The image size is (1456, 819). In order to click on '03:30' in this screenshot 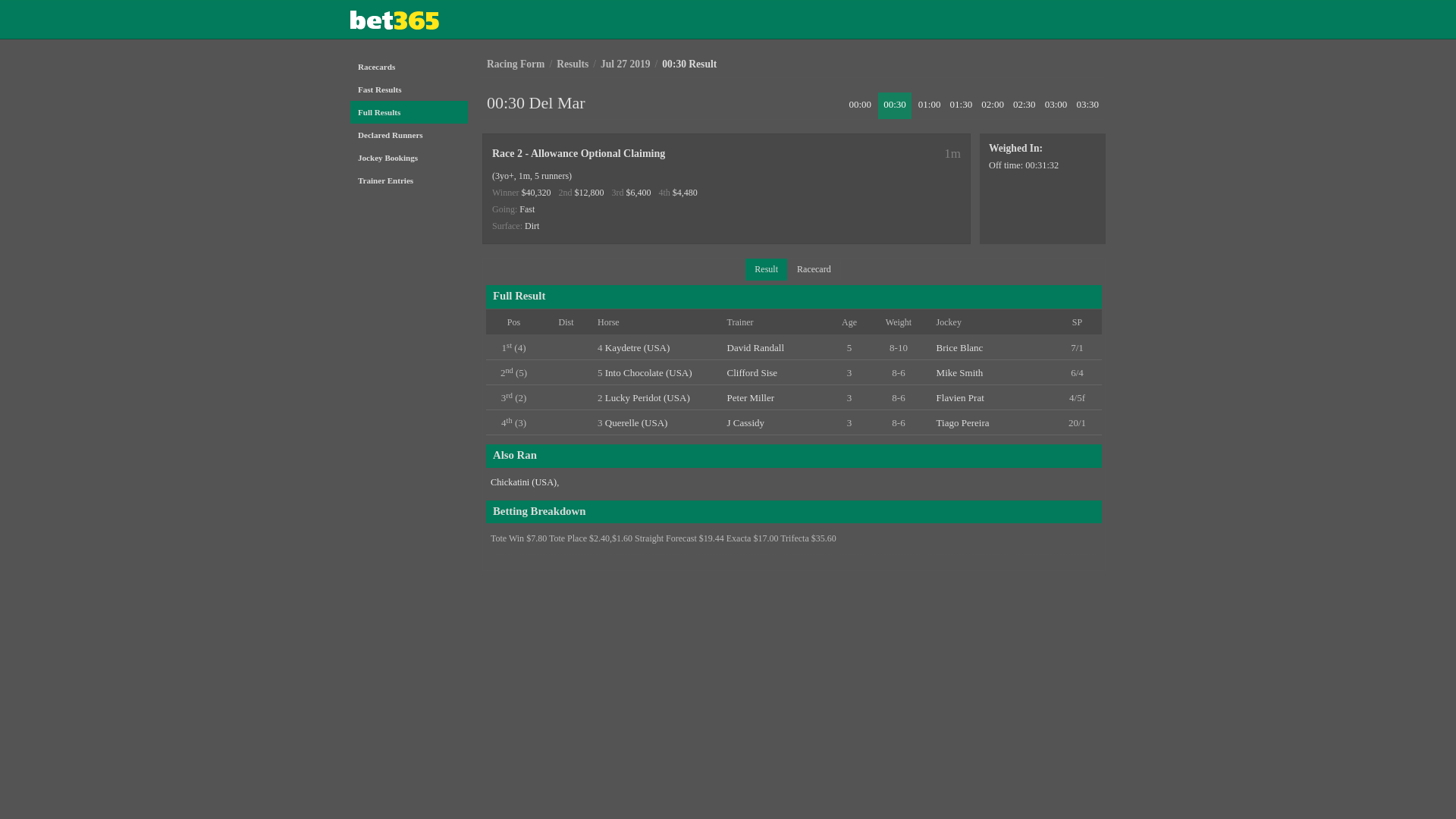, I will do `click(1087, 105)`.